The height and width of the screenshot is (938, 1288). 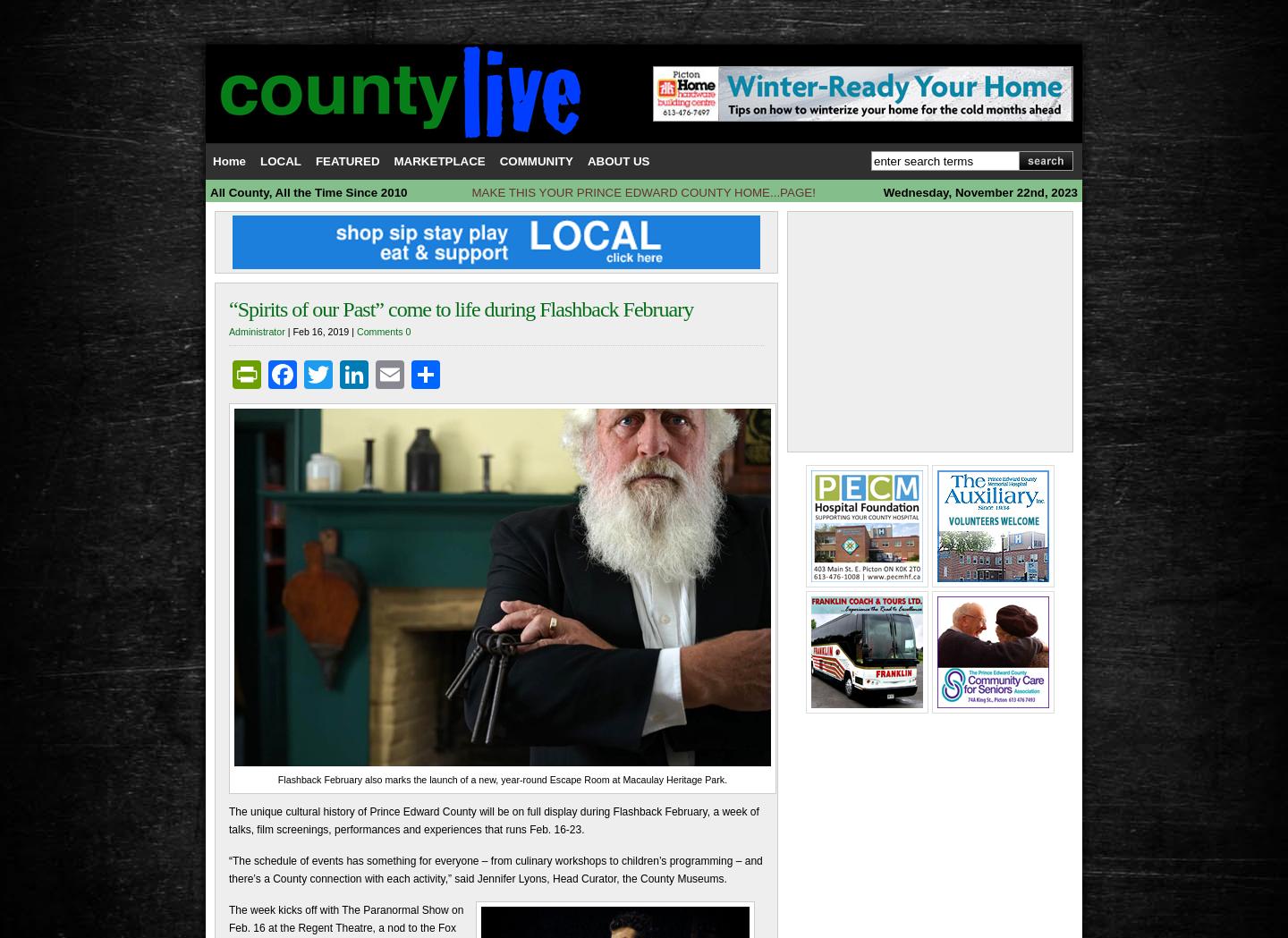 What do you see at coordinates (618, 160) in the screenshot?
I see `'ABOUT US'` at bounding box center [618, 160].